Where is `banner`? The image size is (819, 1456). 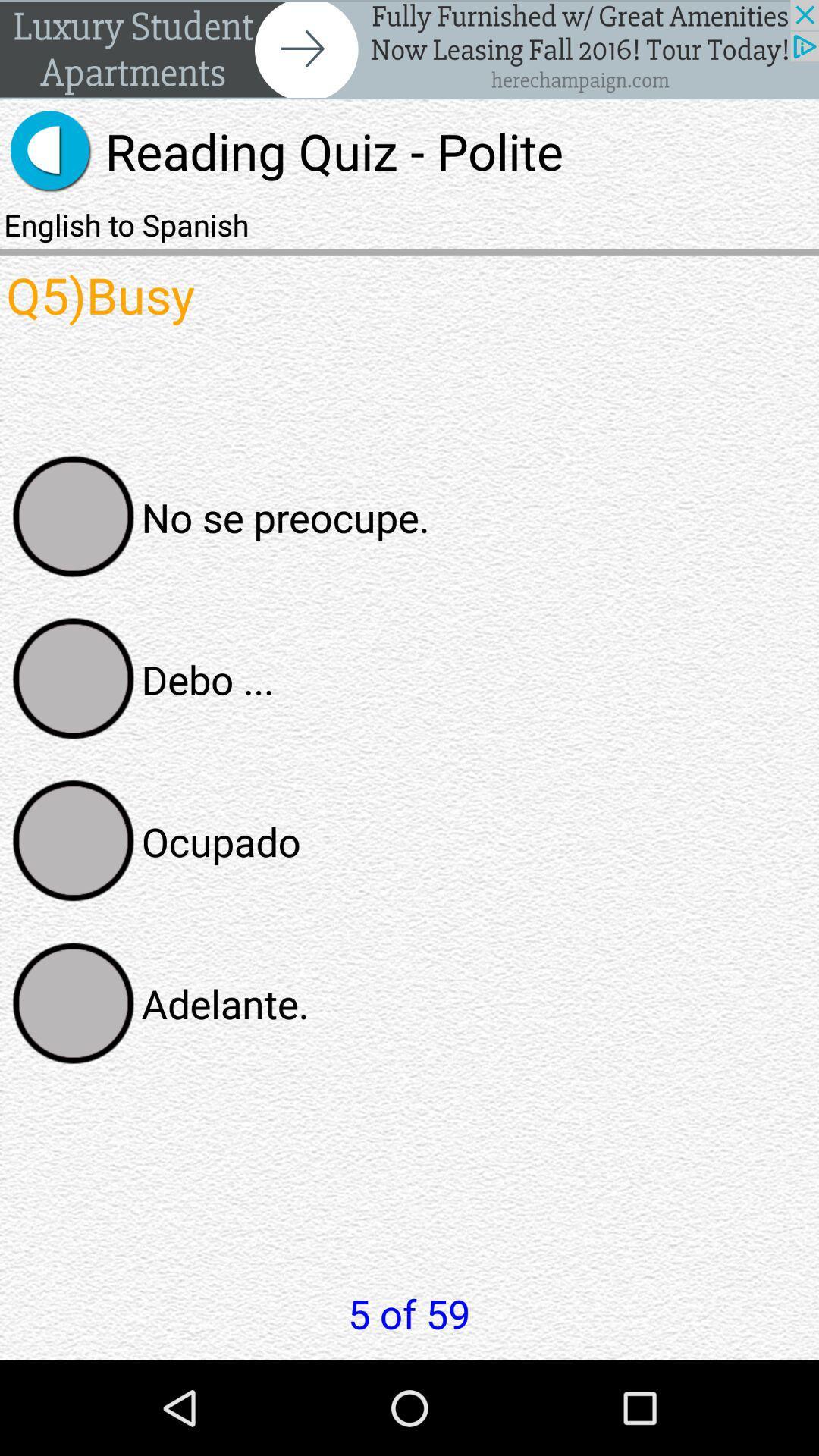
banner is located at coordinates (409, 49).